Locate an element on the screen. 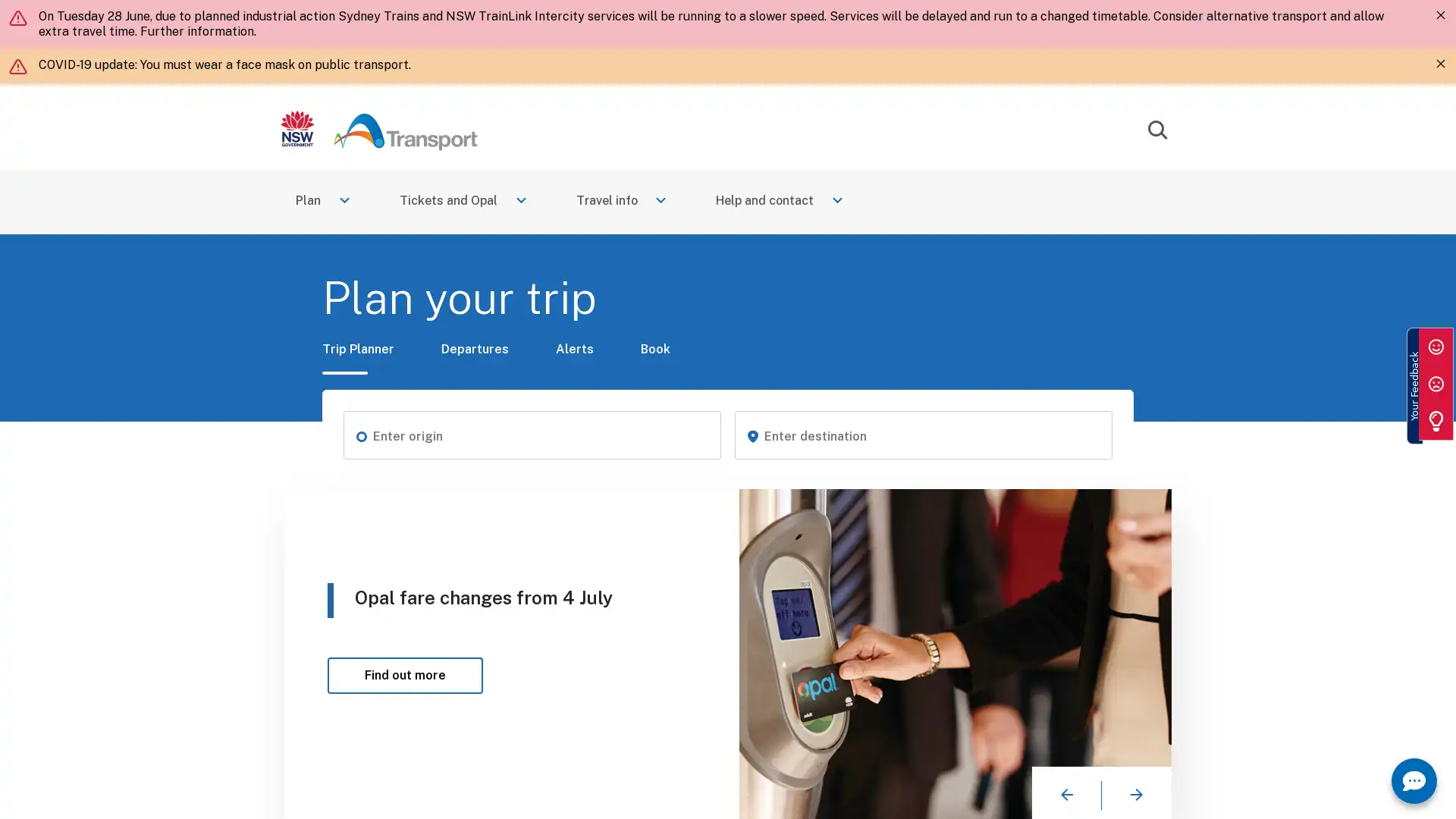 Image resolution: width=1456 pixels, height=819 pixels. Search is located at coordinates (1156, 130).